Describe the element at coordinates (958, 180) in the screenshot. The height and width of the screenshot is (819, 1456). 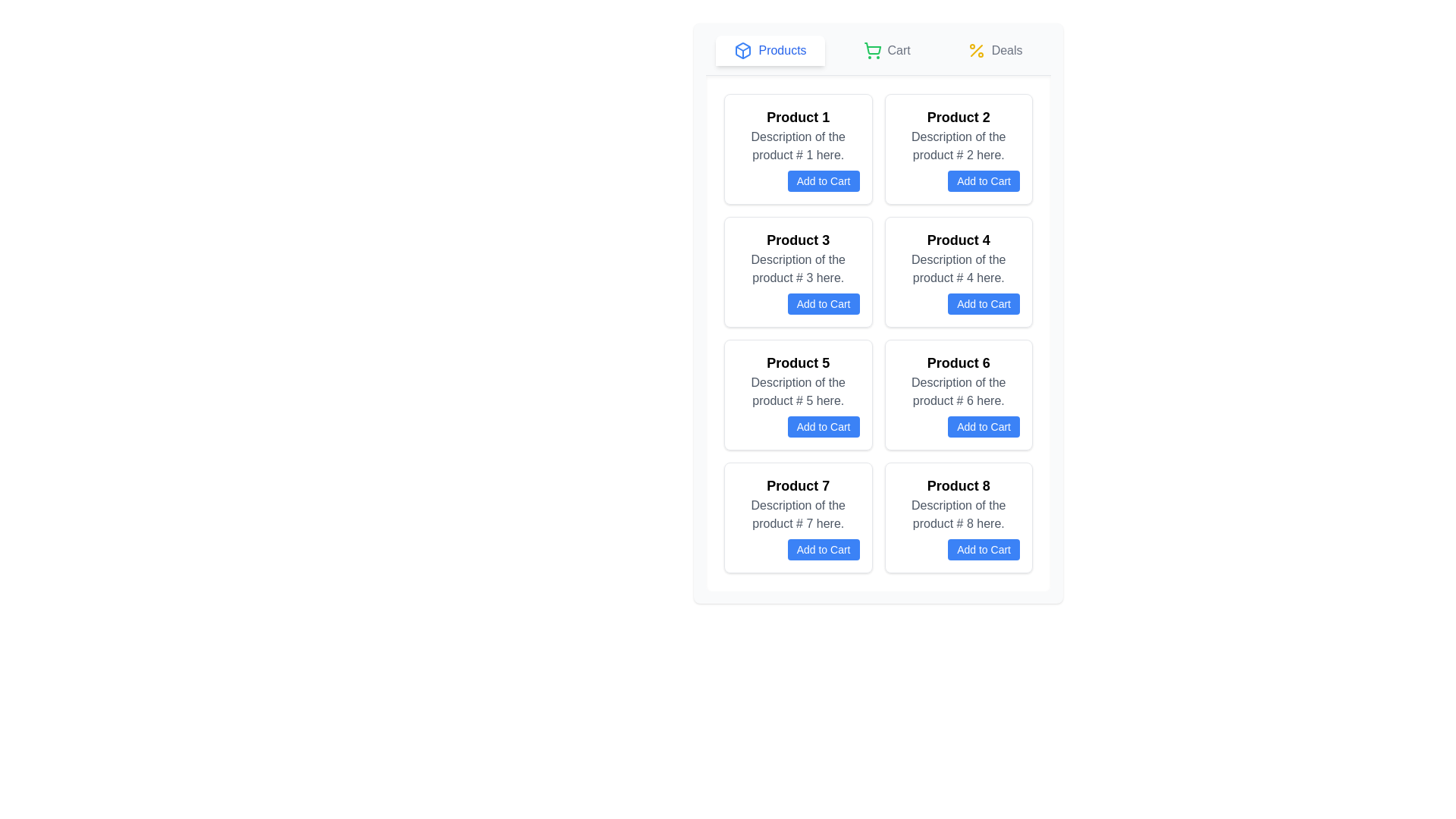
I see `the 'Add to Cart' button, which is a rectangular button with white text on a blue background located at the bottom-right corner of Product 2's card` at that location.